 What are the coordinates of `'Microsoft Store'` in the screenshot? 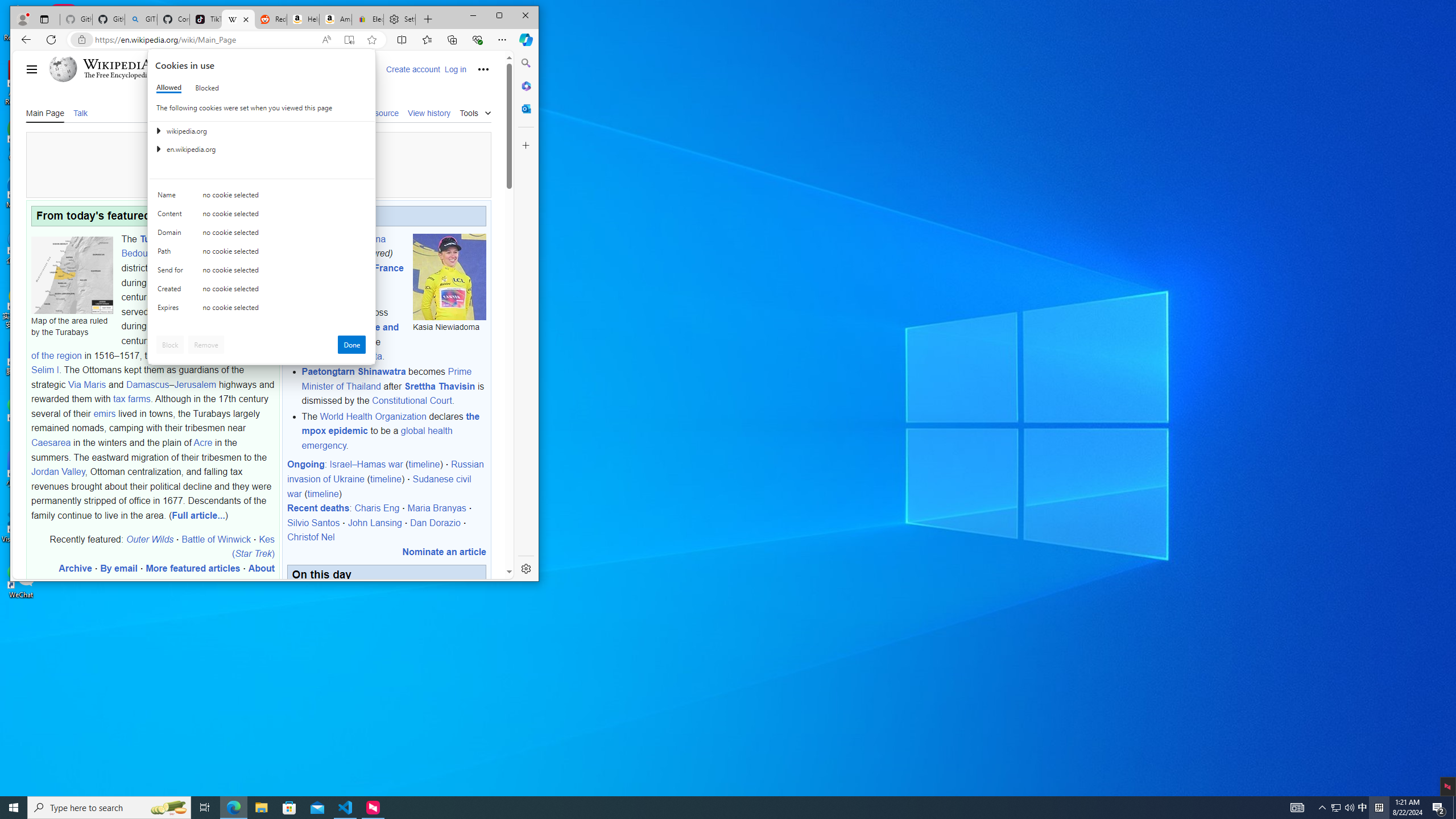 It's located at (289, 806).